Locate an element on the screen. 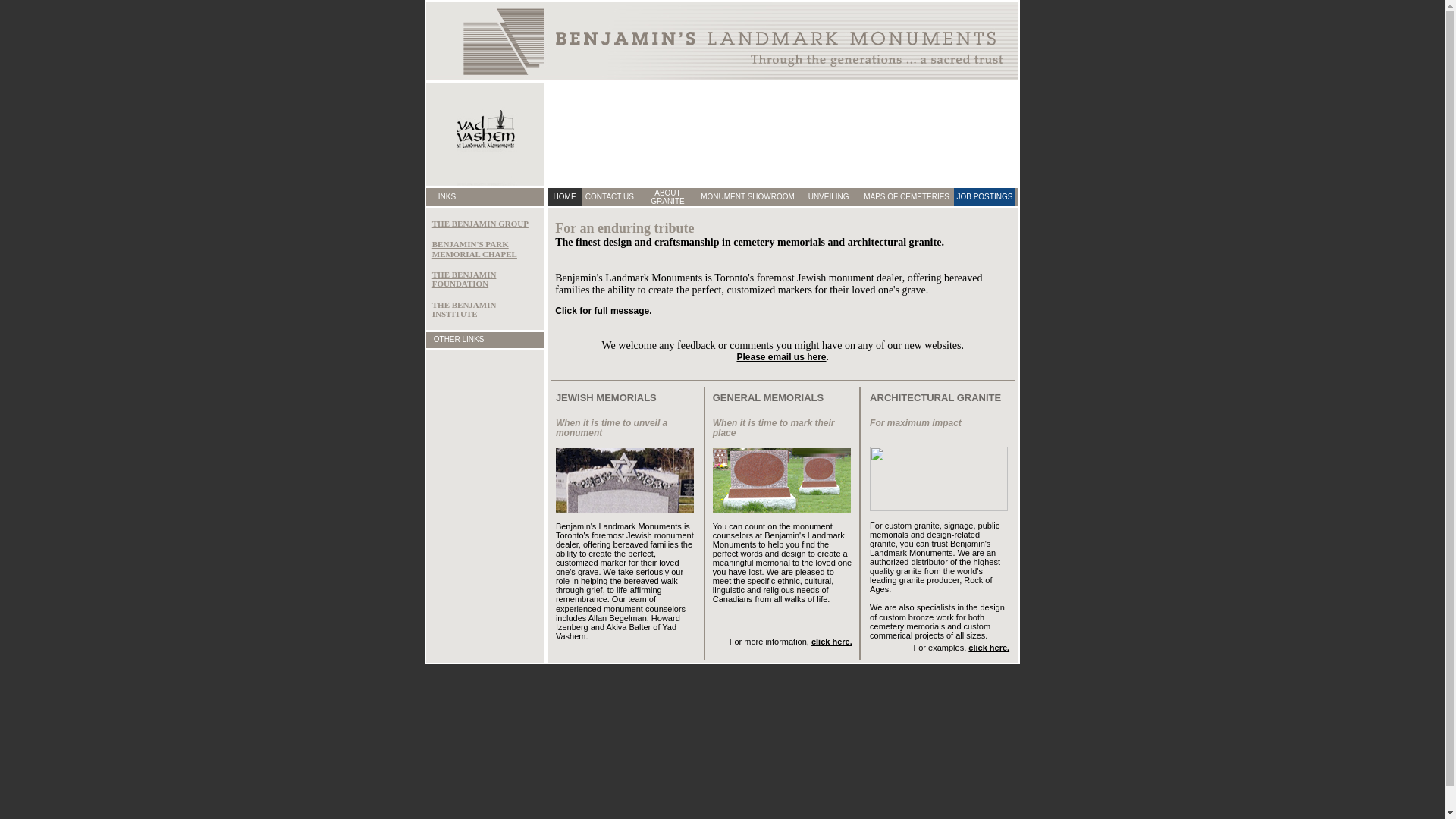  'click here.' is located at coordinates (831, 641).